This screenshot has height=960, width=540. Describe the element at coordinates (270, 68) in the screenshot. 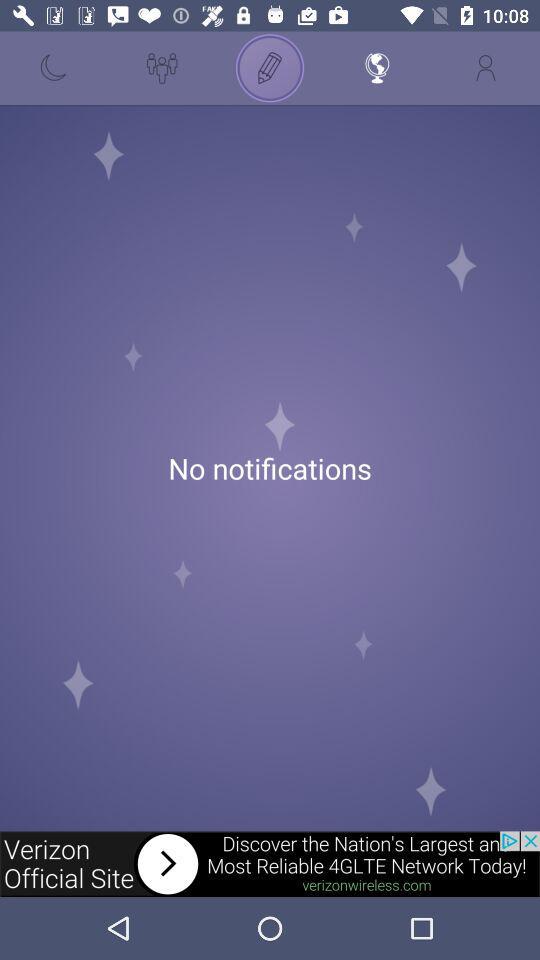

I see `discuss` at that location.